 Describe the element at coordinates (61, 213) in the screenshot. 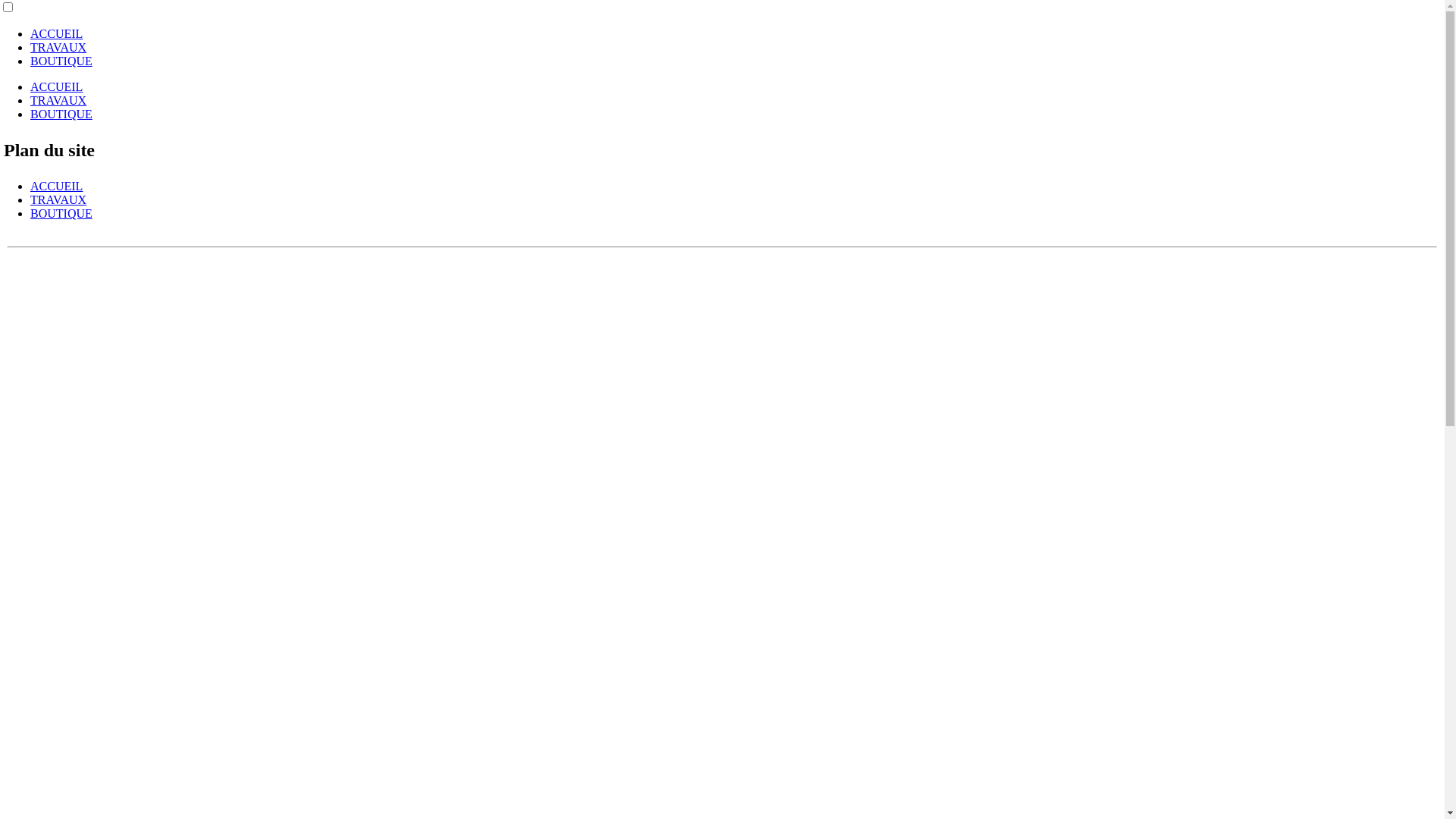

I see `'BOUTIQUE'` at that location.